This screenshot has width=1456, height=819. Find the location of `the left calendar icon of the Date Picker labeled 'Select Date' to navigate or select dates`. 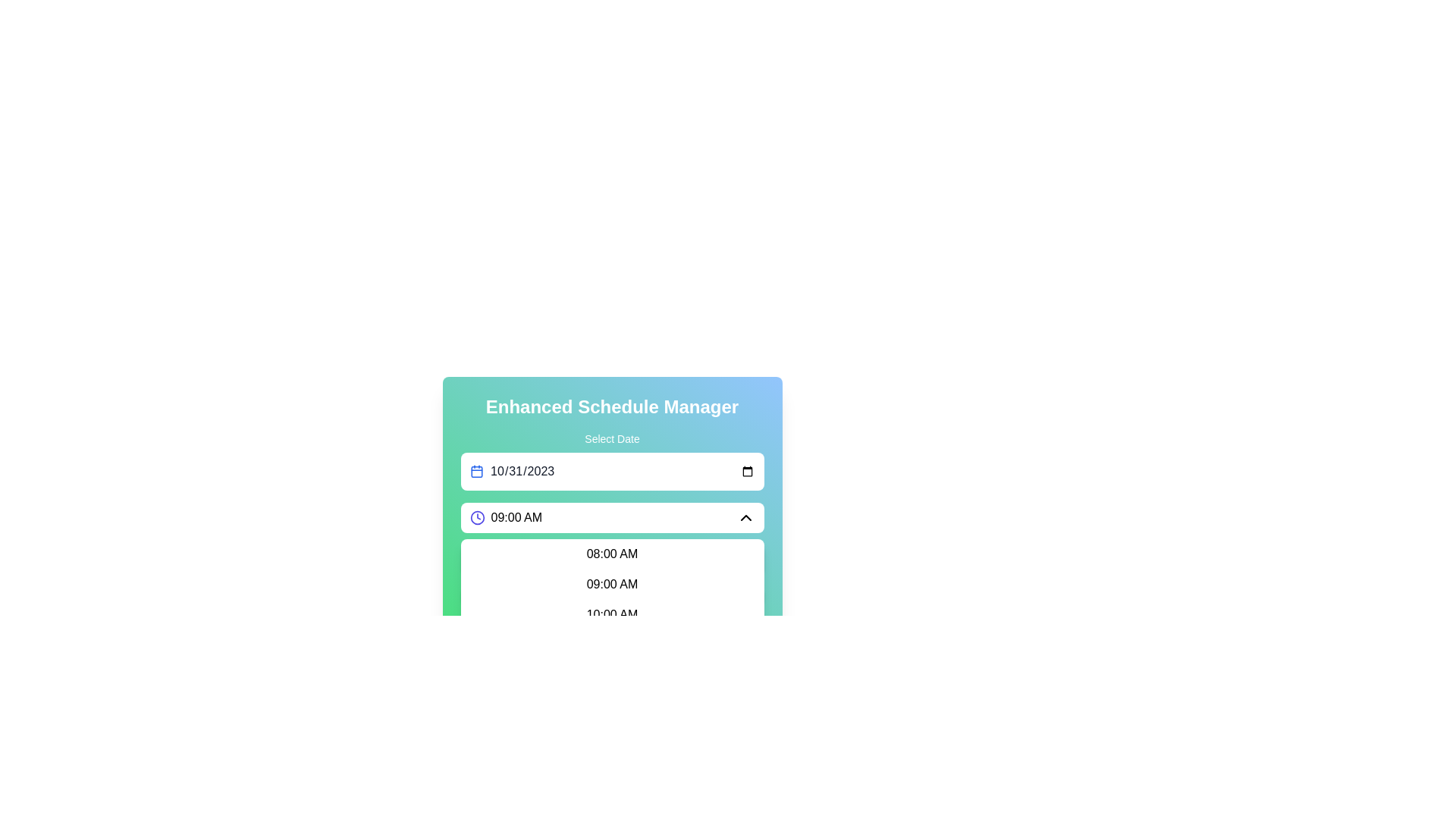

the left calendar icon of the Date Picker labeled 'Select Date' to navigate or select dates is located at coordinates (612, 460).